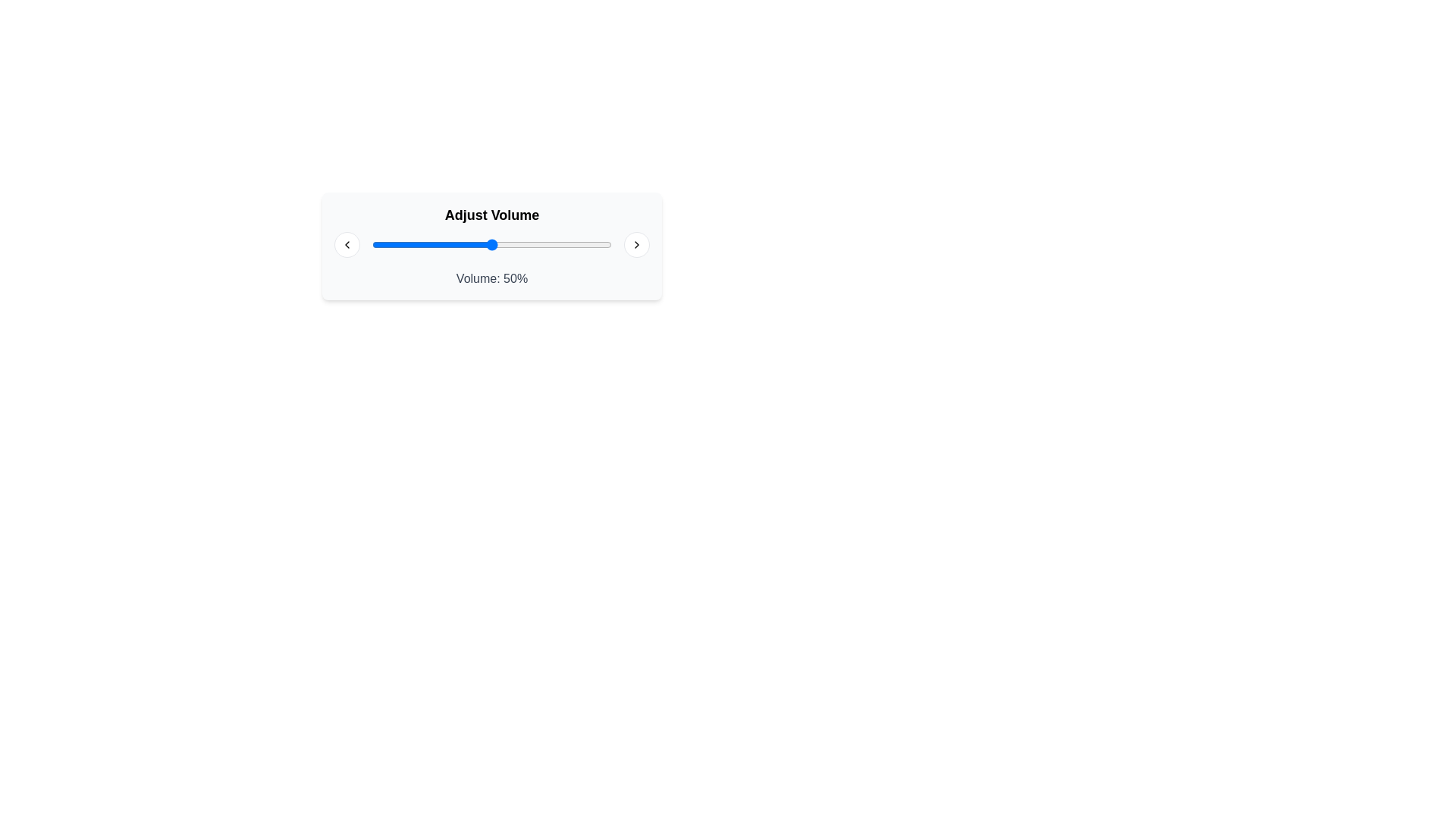 The image size is (1456, 819). Describe the element at coordinates (346, 244) in the screenshot. I see `the circular button with a white background and gray border, which contains a left-pointing chevron icon, located at the far left of the horizontal control interface` at that location.